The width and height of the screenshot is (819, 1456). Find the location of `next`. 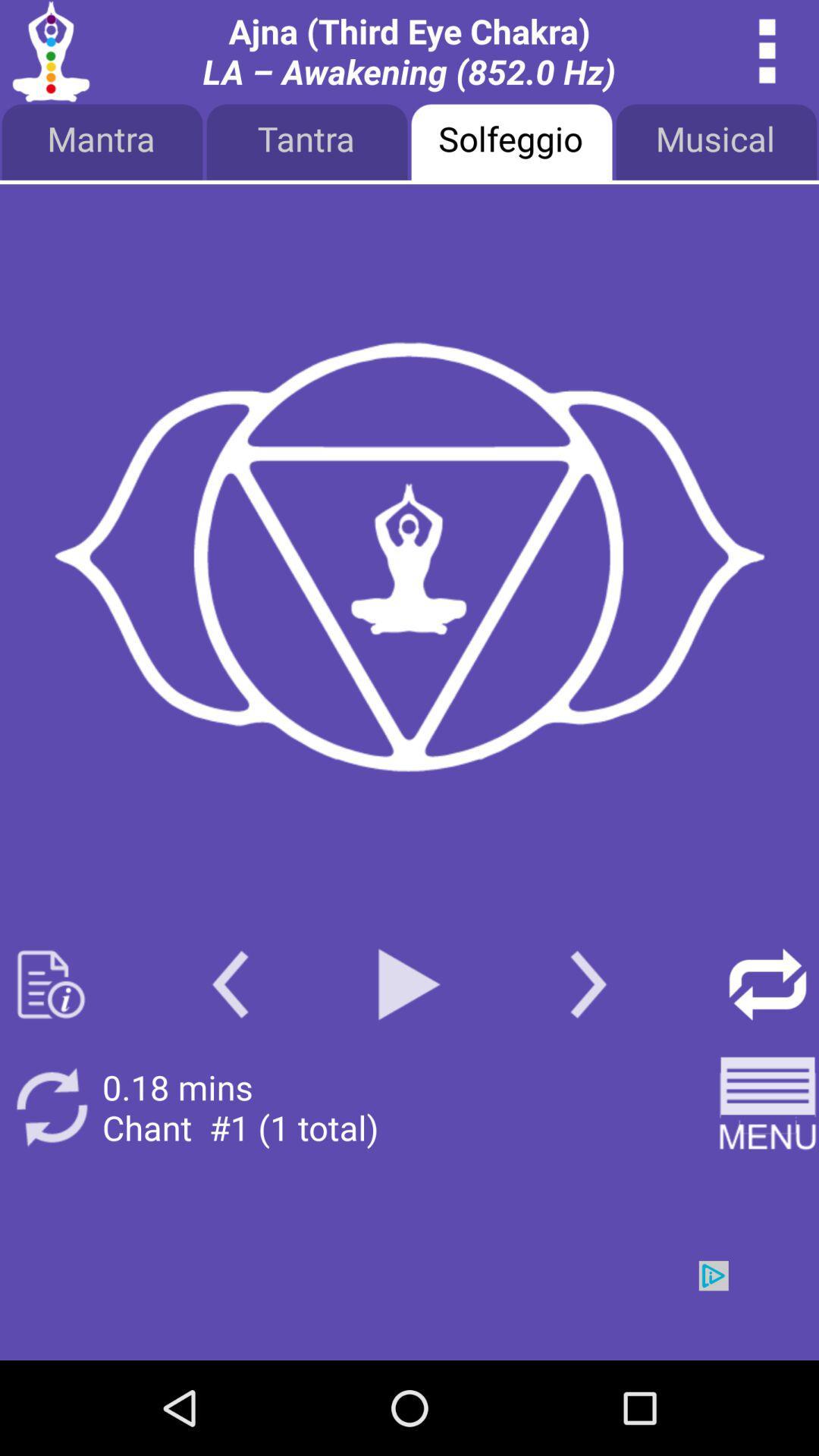

next is located at coordinates (409, 1310).